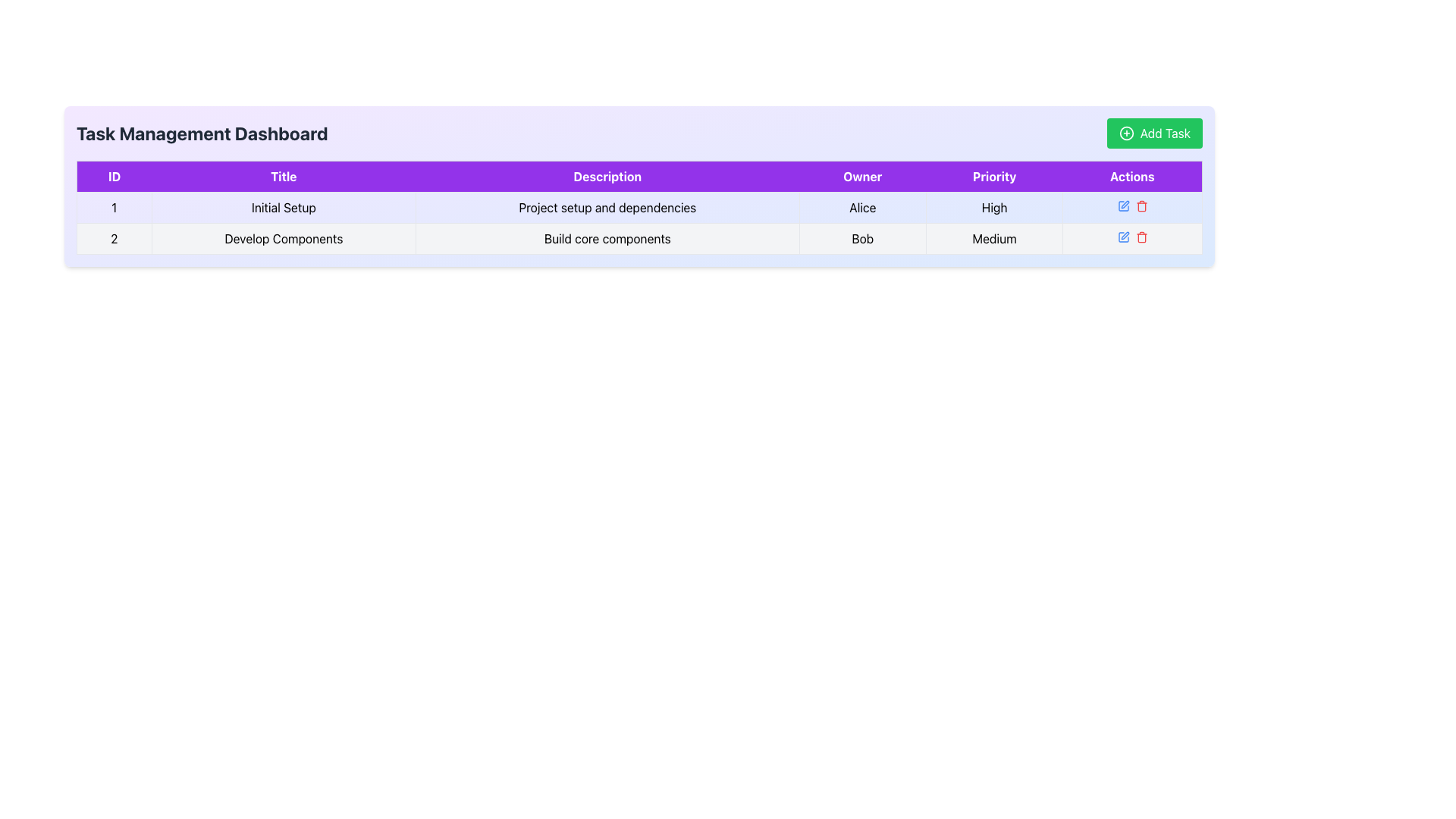  What do you see at coordinates (1123, 237) in the screenshot?
I see `the edit icon button in the Actions column of the second row for the task 'Develop Components'` at bounding box center [1123, 237].